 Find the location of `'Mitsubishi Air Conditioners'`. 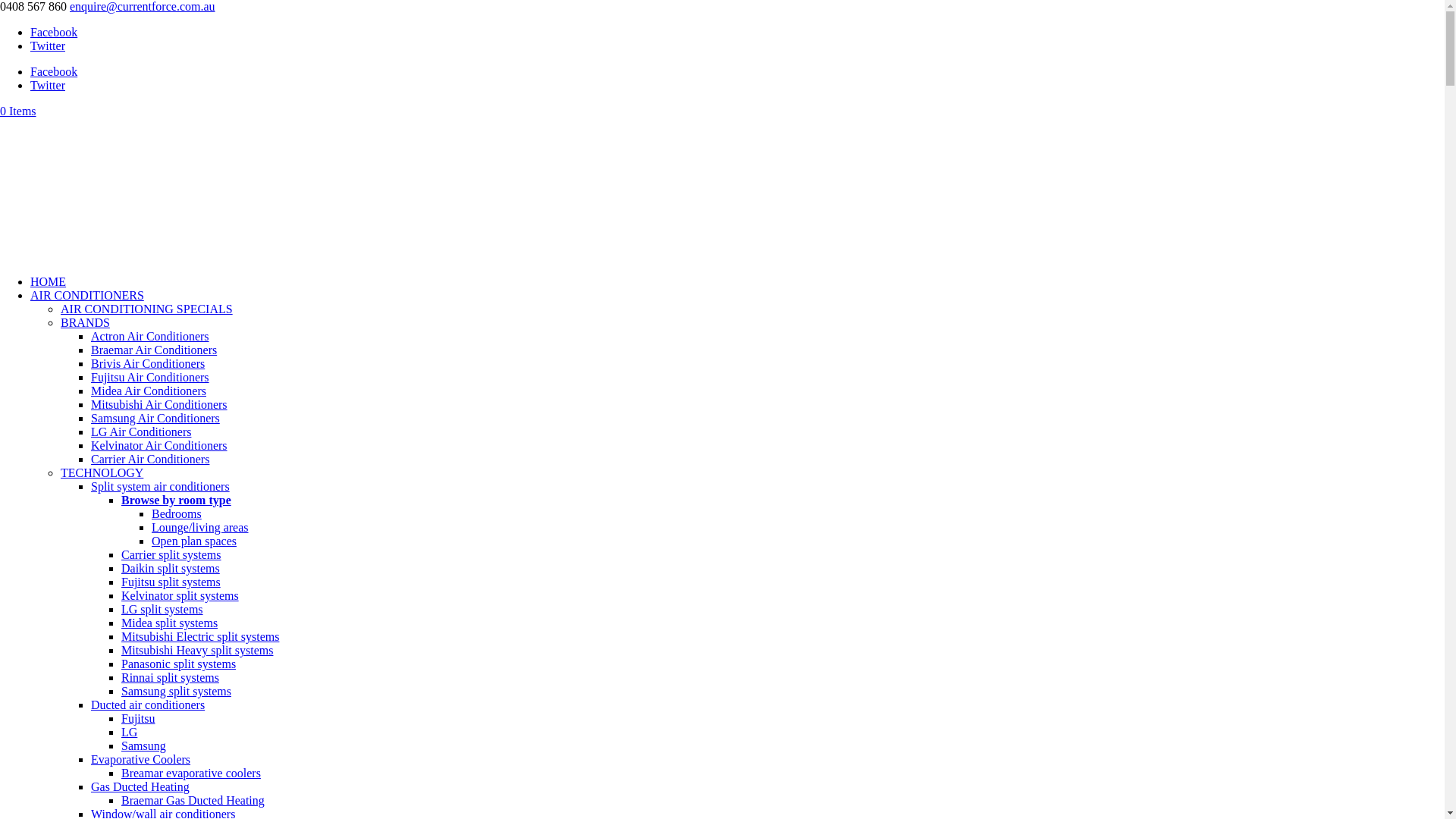

'Mitsubishi Air Conditioners' is located at coordinates (159, 403).